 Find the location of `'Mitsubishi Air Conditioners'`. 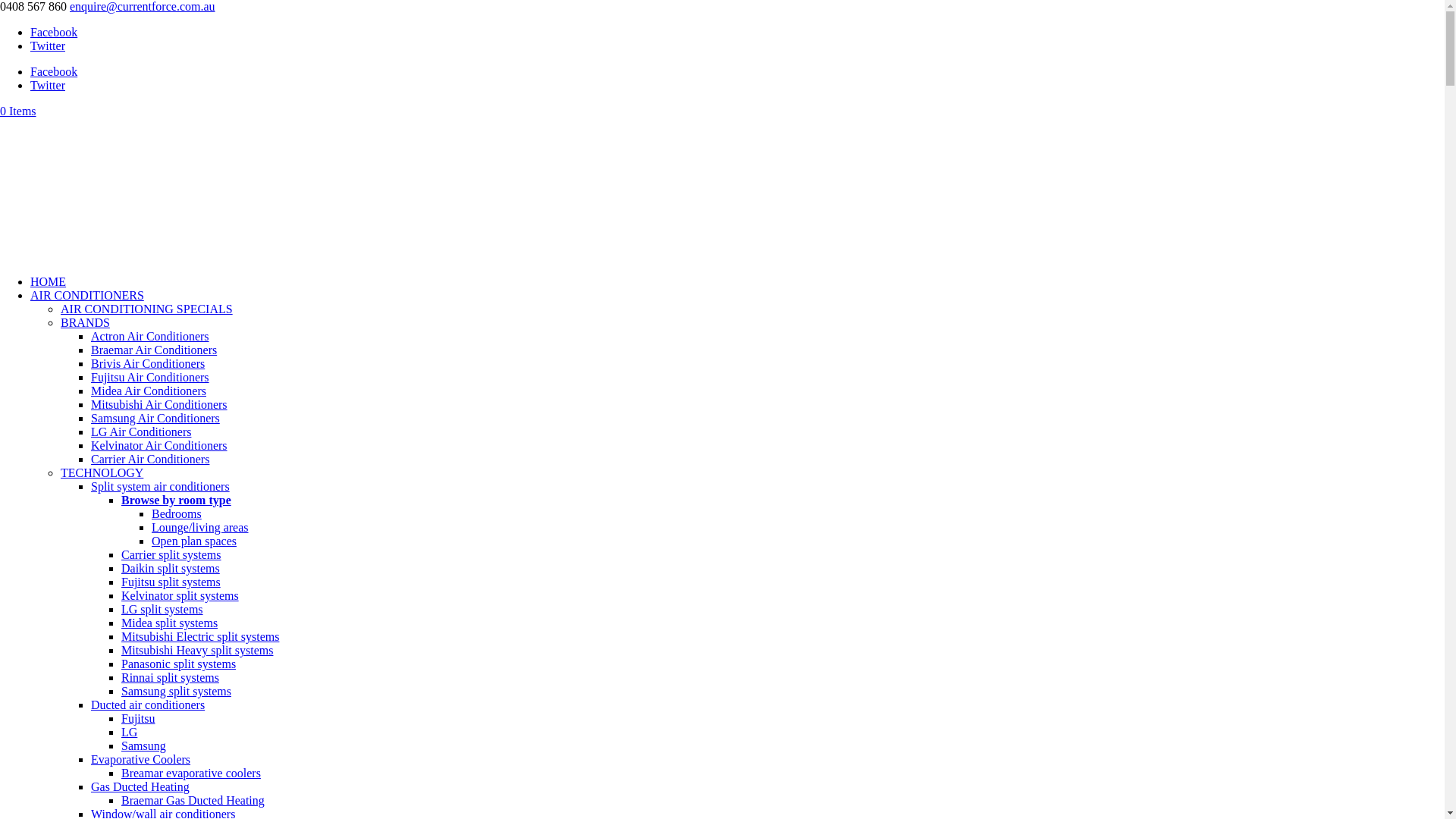

'Mitsubishi Air Conditioners' is located at coordinates (159, 403).